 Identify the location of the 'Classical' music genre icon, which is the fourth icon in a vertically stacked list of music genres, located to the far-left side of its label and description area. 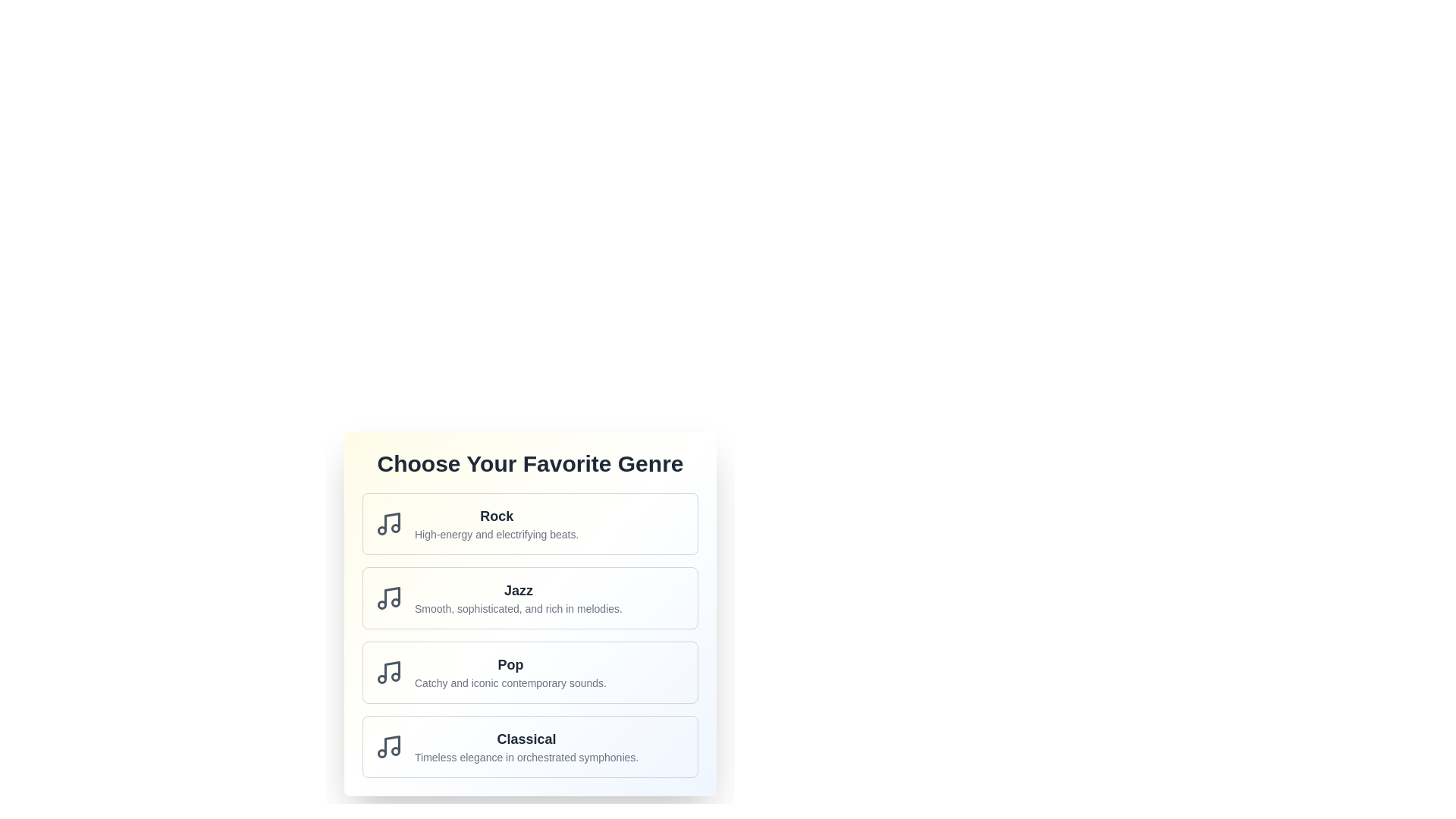
(389, 745).